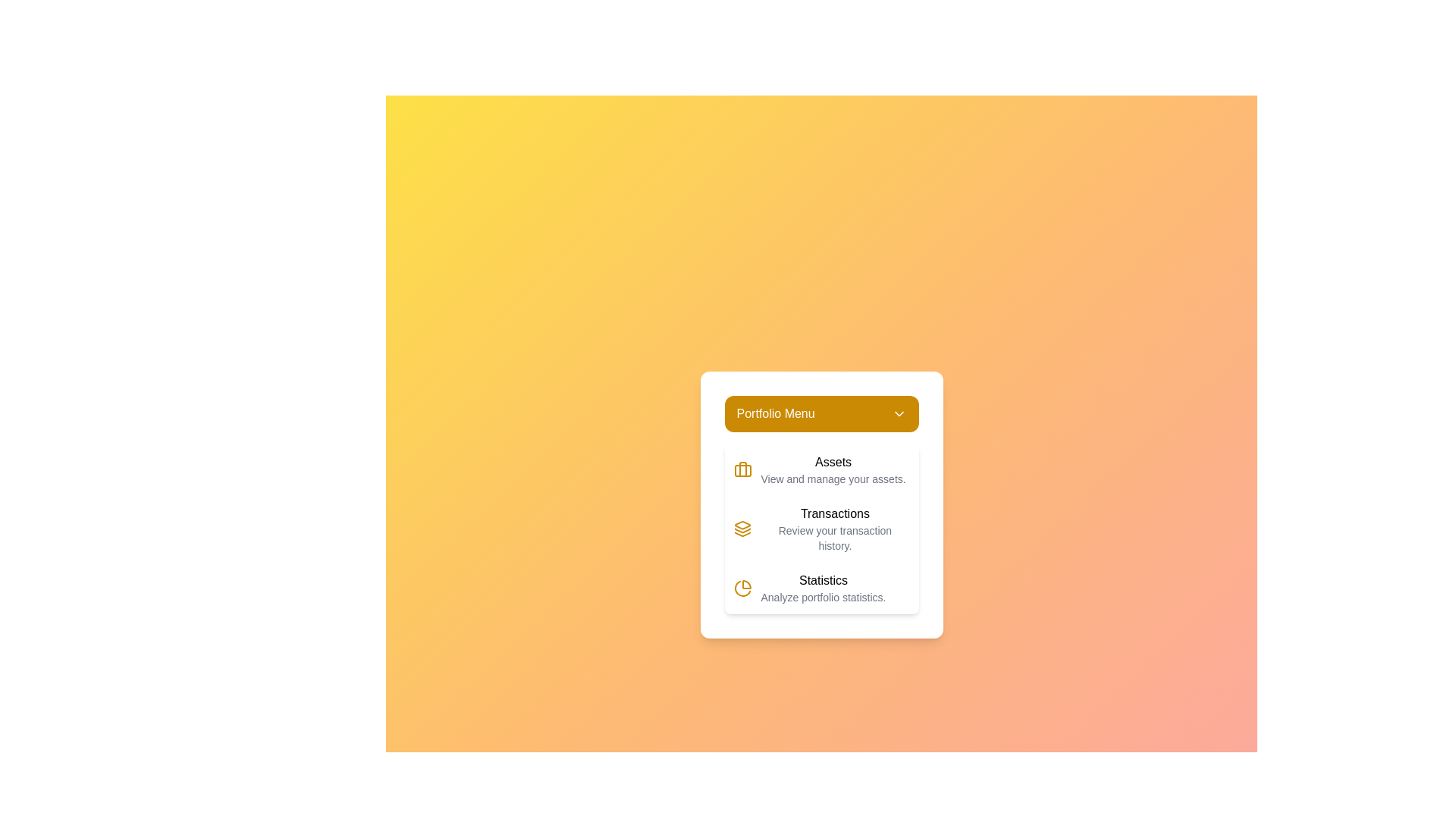 This screenshot has height=819, width=1456. I want to click on the menu option Transactions from the PortfolioManagerMenu dropdown, so click(821, 529).